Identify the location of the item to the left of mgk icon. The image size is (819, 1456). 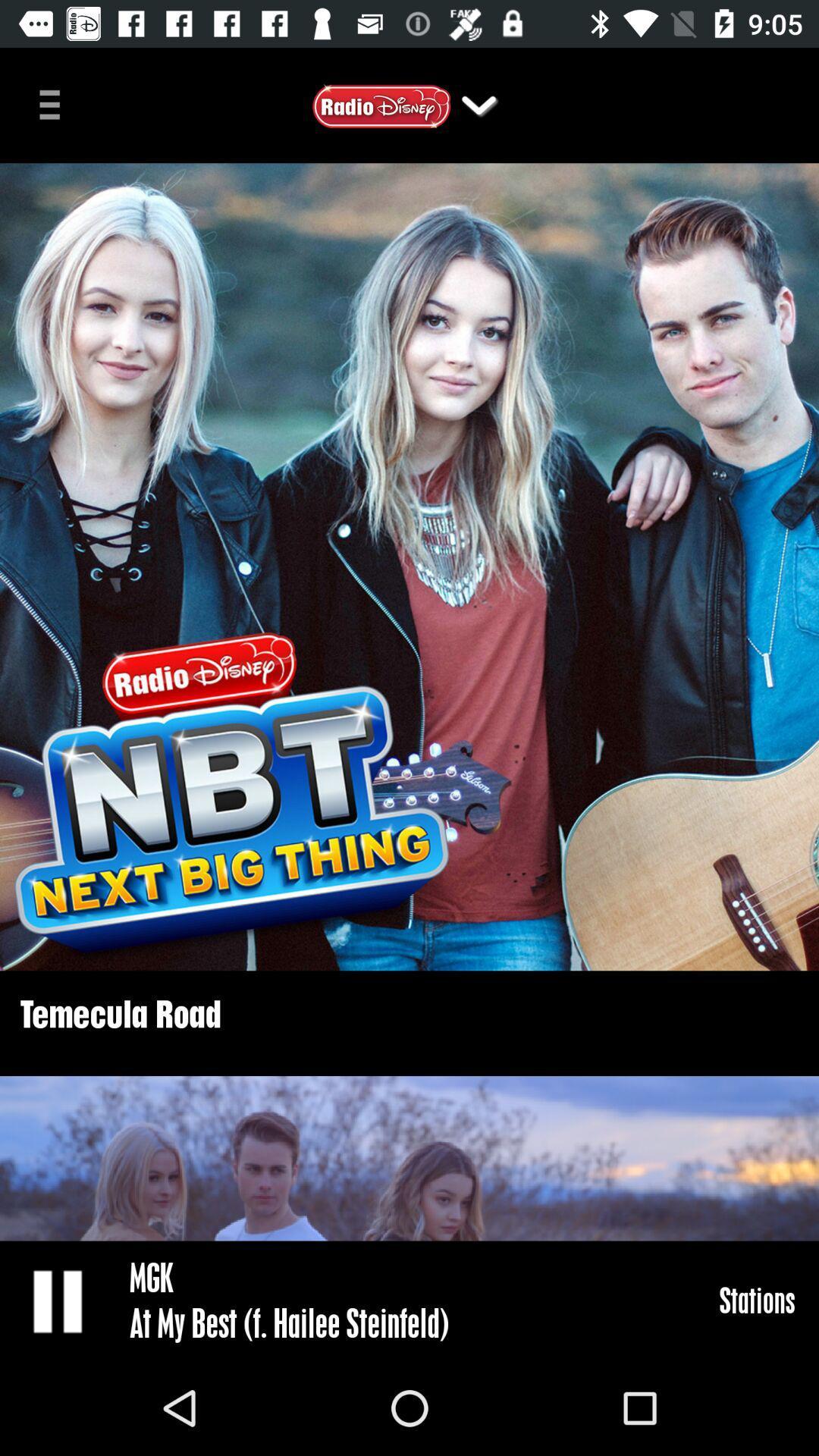
(58, 1300).